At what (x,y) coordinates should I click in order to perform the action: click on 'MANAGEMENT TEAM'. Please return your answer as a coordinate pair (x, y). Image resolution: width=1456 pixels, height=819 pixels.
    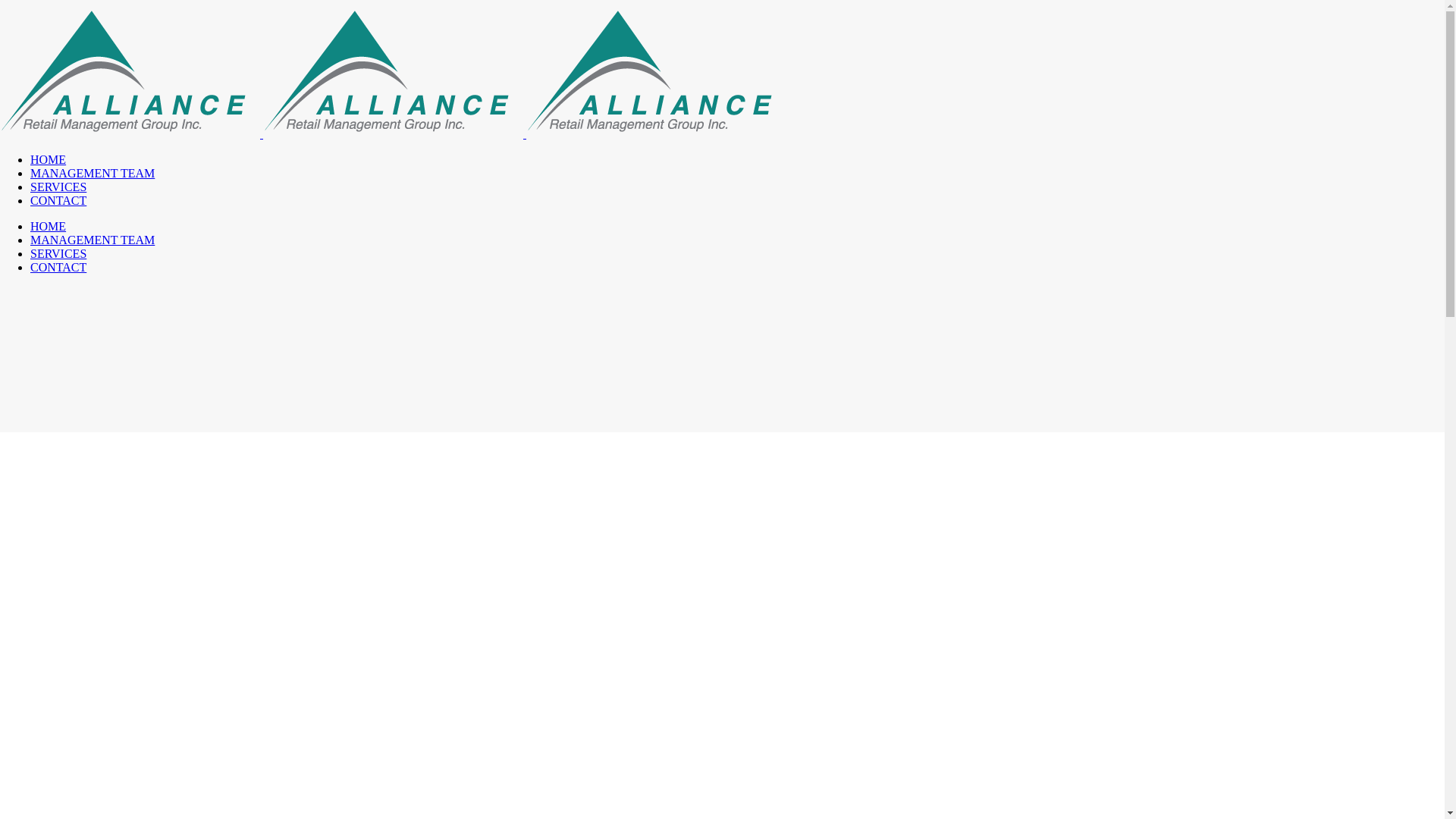
    Looking at the image, I should click on (91, 172).